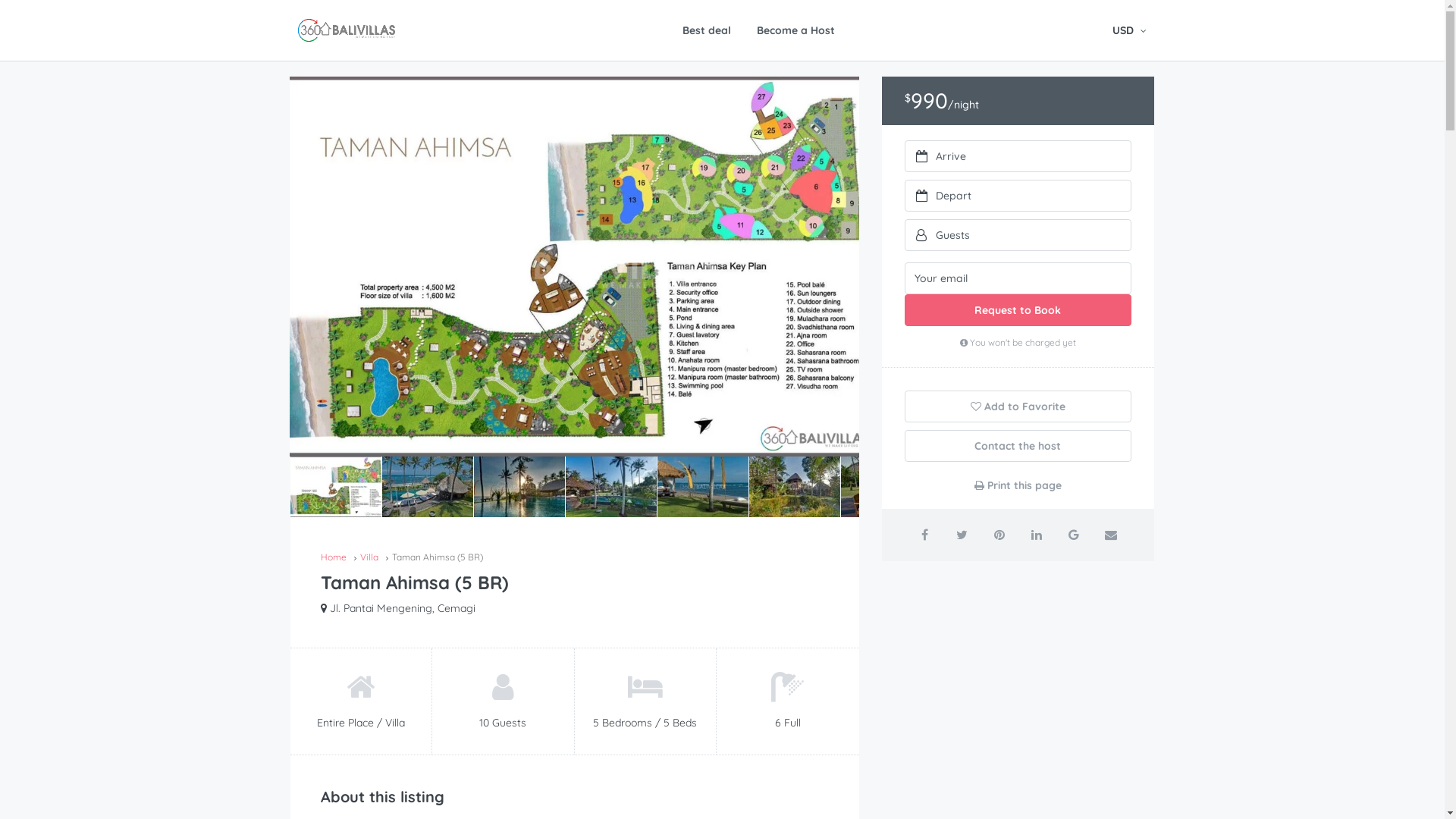 The width and height of the screenshot is (1456, 819). What do you see at coordinates (1128, 30) in the screenshot?
I see `'USD'` at bounding box center [1128, 30].